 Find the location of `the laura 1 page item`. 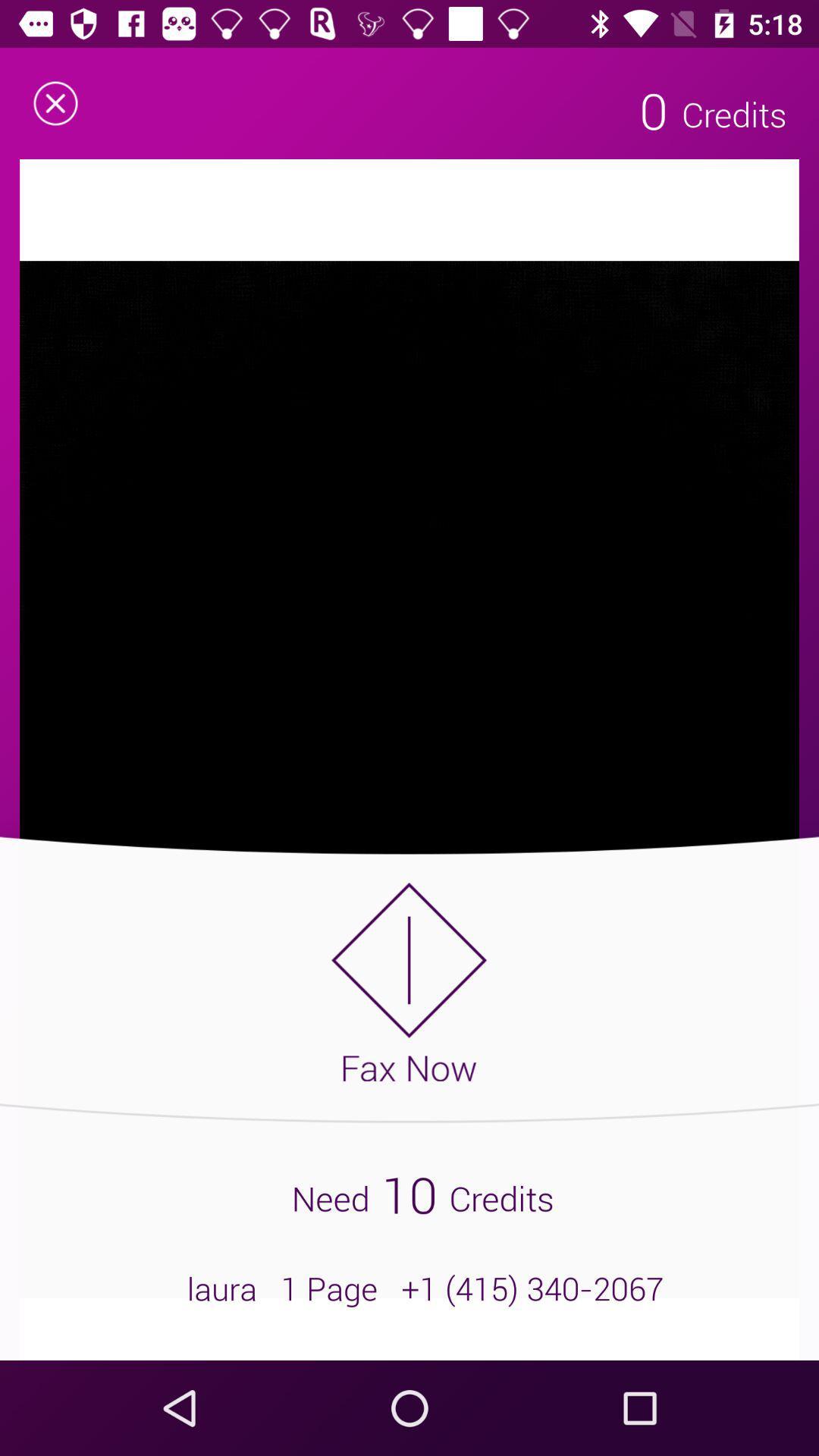

the laura 1 page item is located at coordinates (409, 1288).